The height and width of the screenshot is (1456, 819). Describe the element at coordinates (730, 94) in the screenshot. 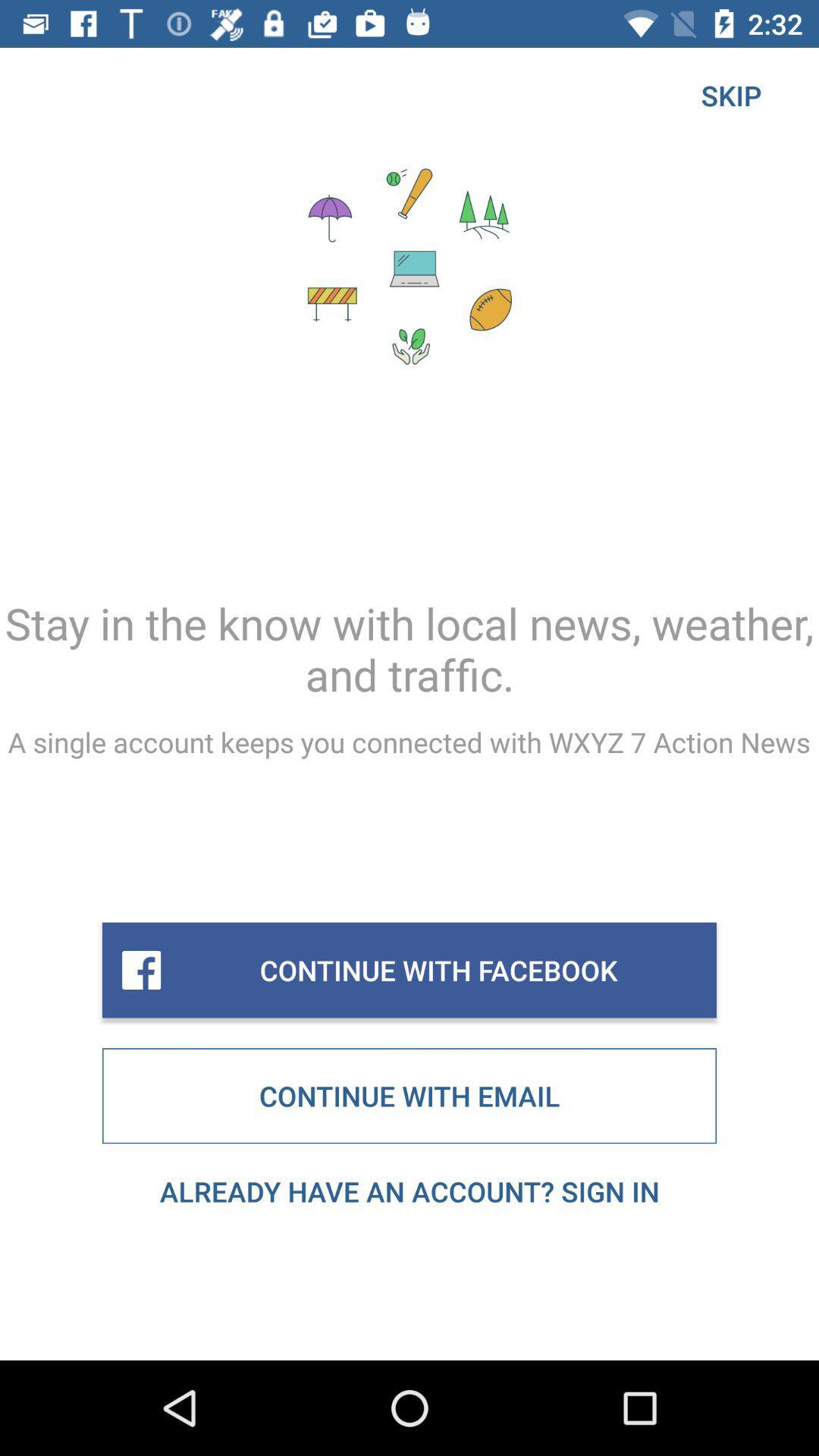

I see `skip icon` at that location.